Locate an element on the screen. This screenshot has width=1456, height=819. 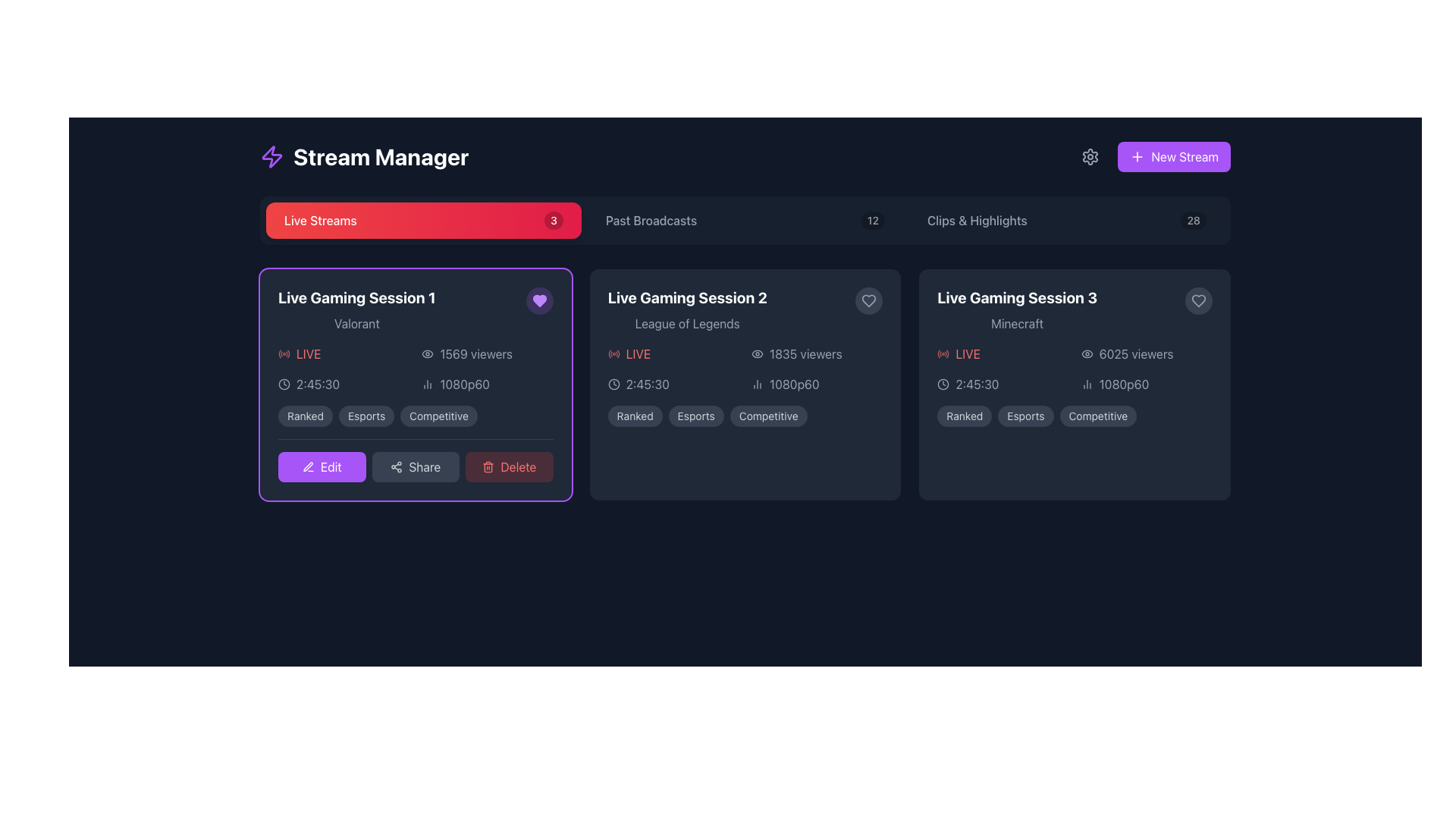
the favorite or like toggle button located in the top-right corner of the 'Live Gaming Session 3' card to visualize the hover effect is located at coordinates (1197, 301).